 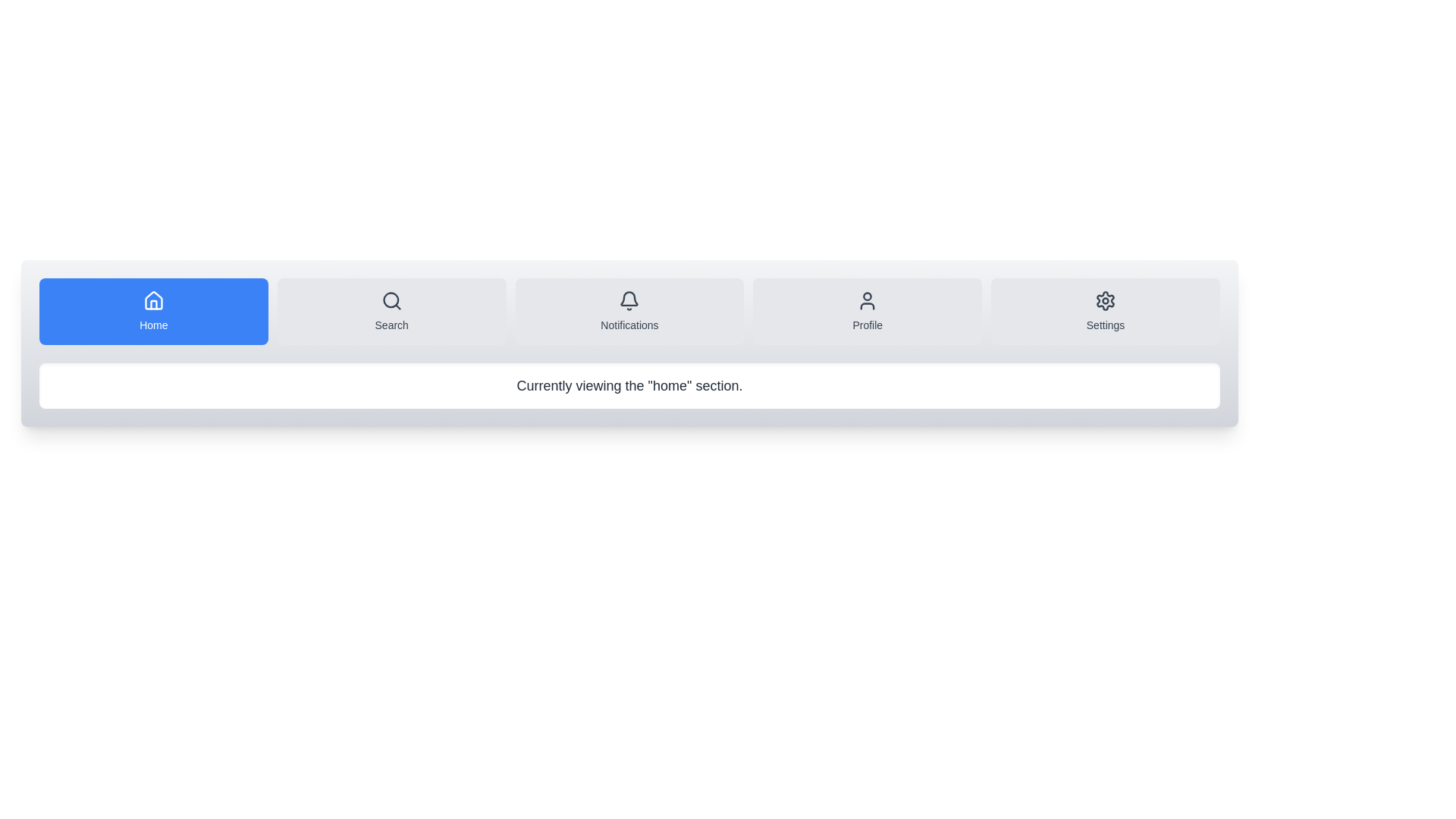 What do you see at coordinates (629, 311) in the screenshot?
I see `the third section of the navigation bar` at bounding box center [629, 311].